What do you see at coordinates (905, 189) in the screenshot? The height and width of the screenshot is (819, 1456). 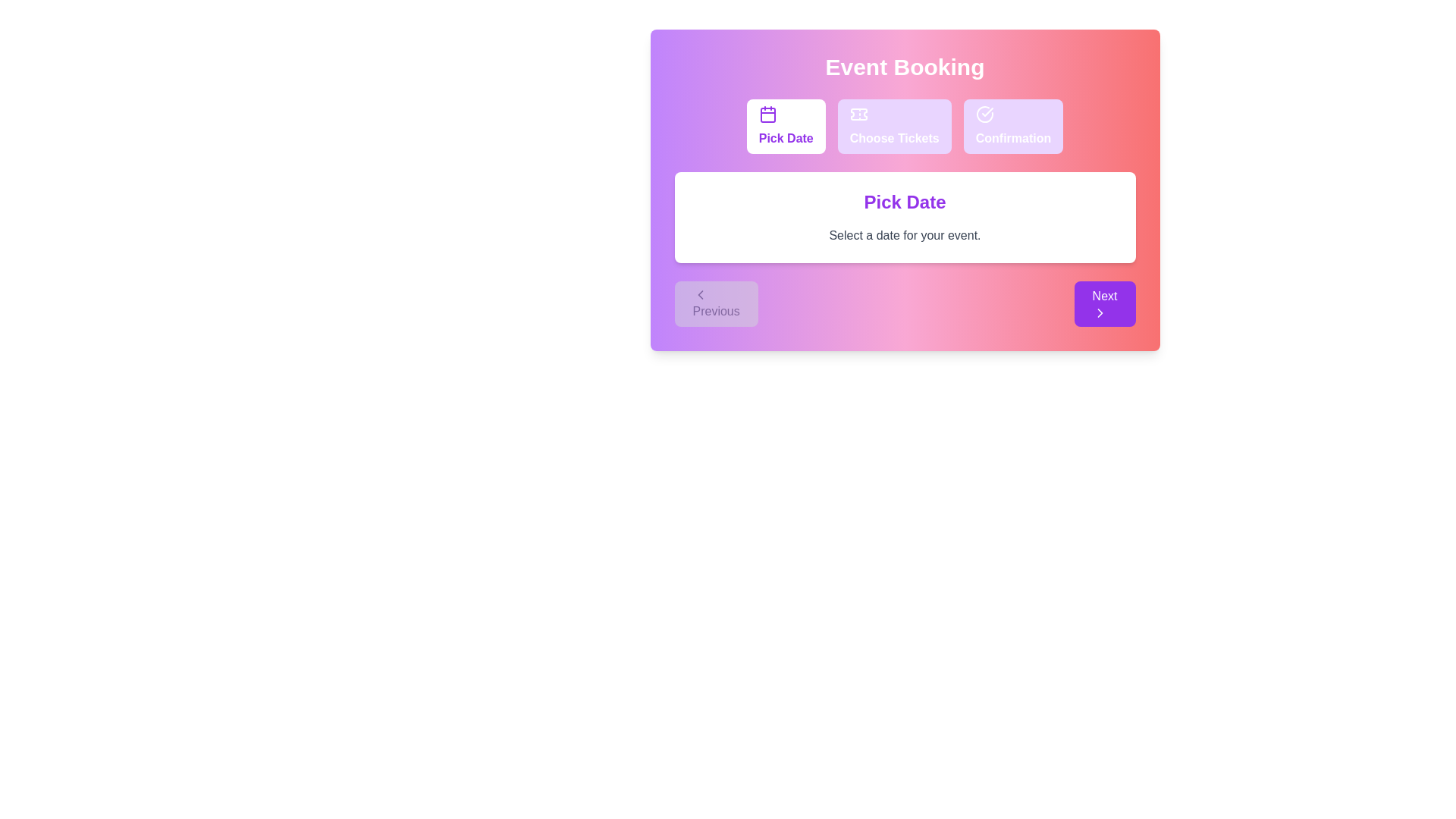 I see `the Interactive step panel to proceed with the event booking process, which is located below the 'Event Booking' title and above the navigation buttons` at bounding box center [905, 189].